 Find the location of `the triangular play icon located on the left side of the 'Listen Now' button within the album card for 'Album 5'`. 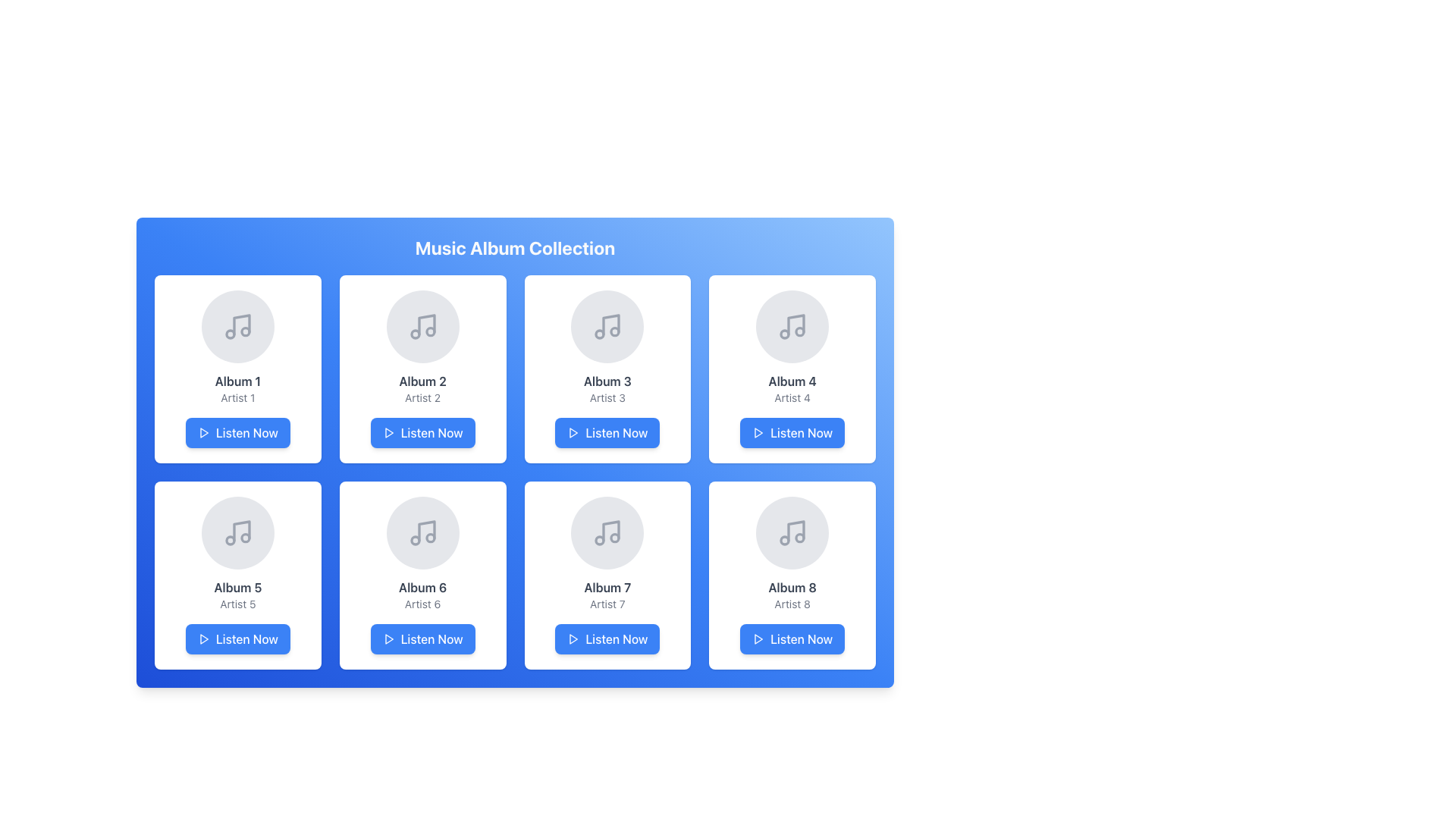

the triangular play icon located on the left side of the 'Listen Now' button within the album card for 'Album 5' is located at coordinates (203, 639).